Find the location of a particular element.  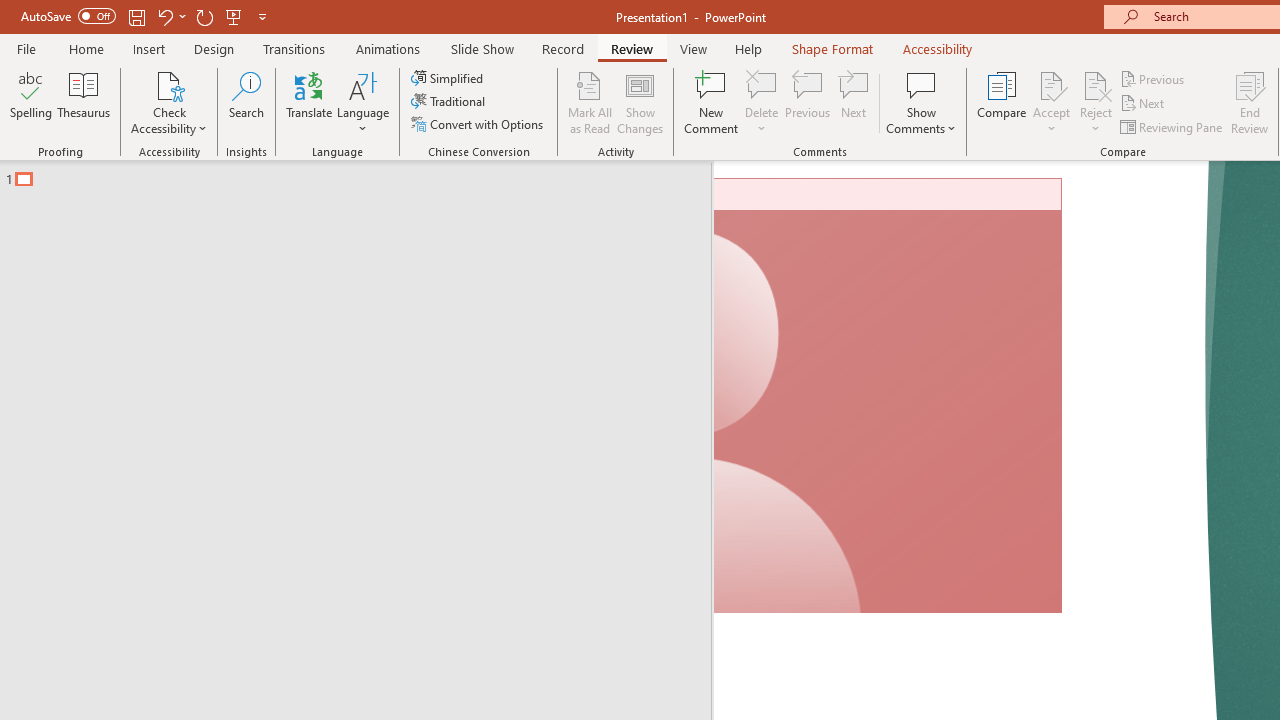

'Previous' is located at coordinates (1153, 78).